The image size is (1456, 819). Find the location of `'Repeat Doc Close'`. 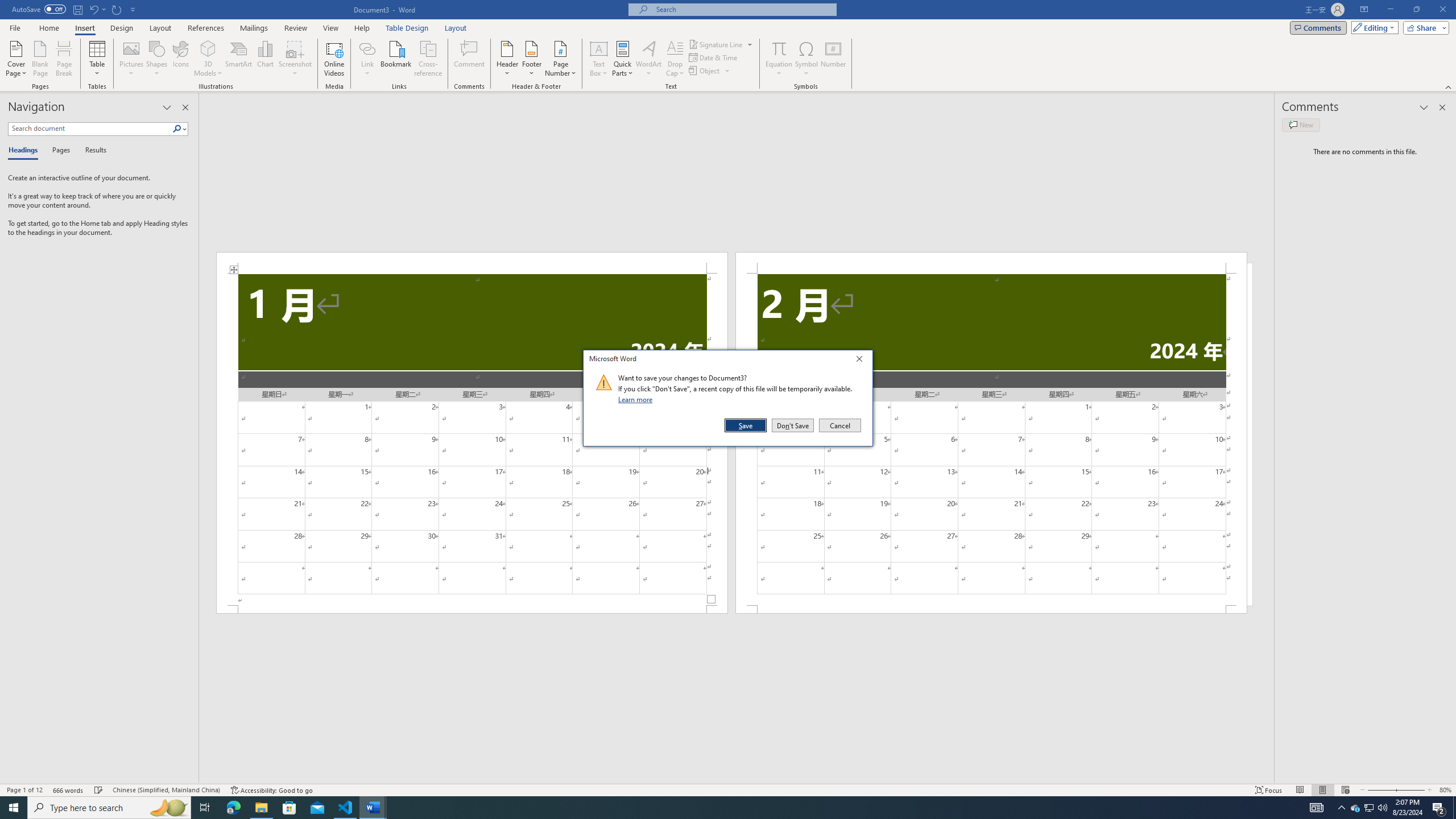

'Repeat Doc Close' is located at coordinates (117, 9).